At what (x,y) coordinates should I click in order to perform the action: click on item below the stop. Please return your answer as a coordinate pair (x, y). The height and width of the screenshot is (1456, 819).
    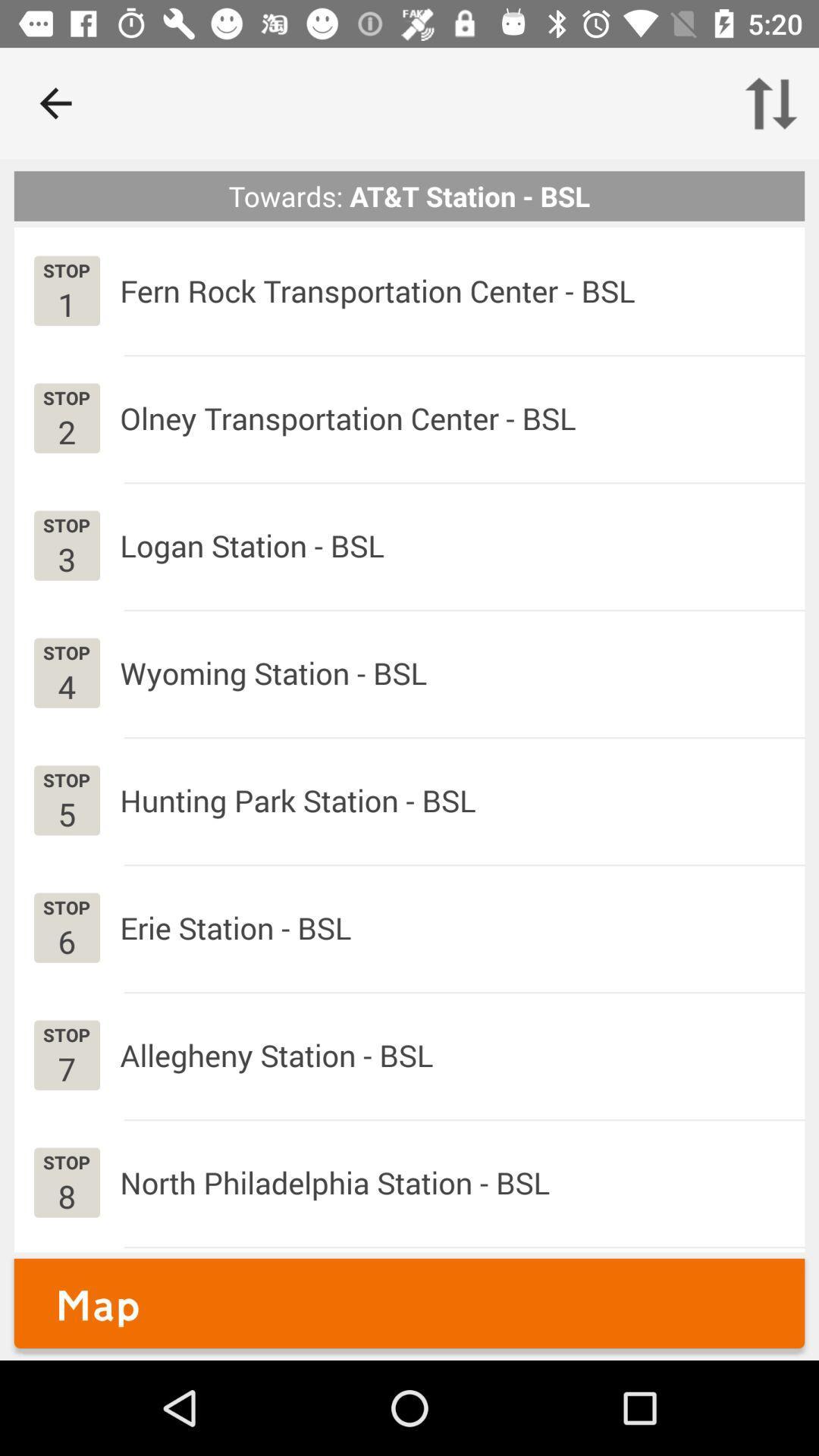
    Looking at the image, I should click on (66, 940).